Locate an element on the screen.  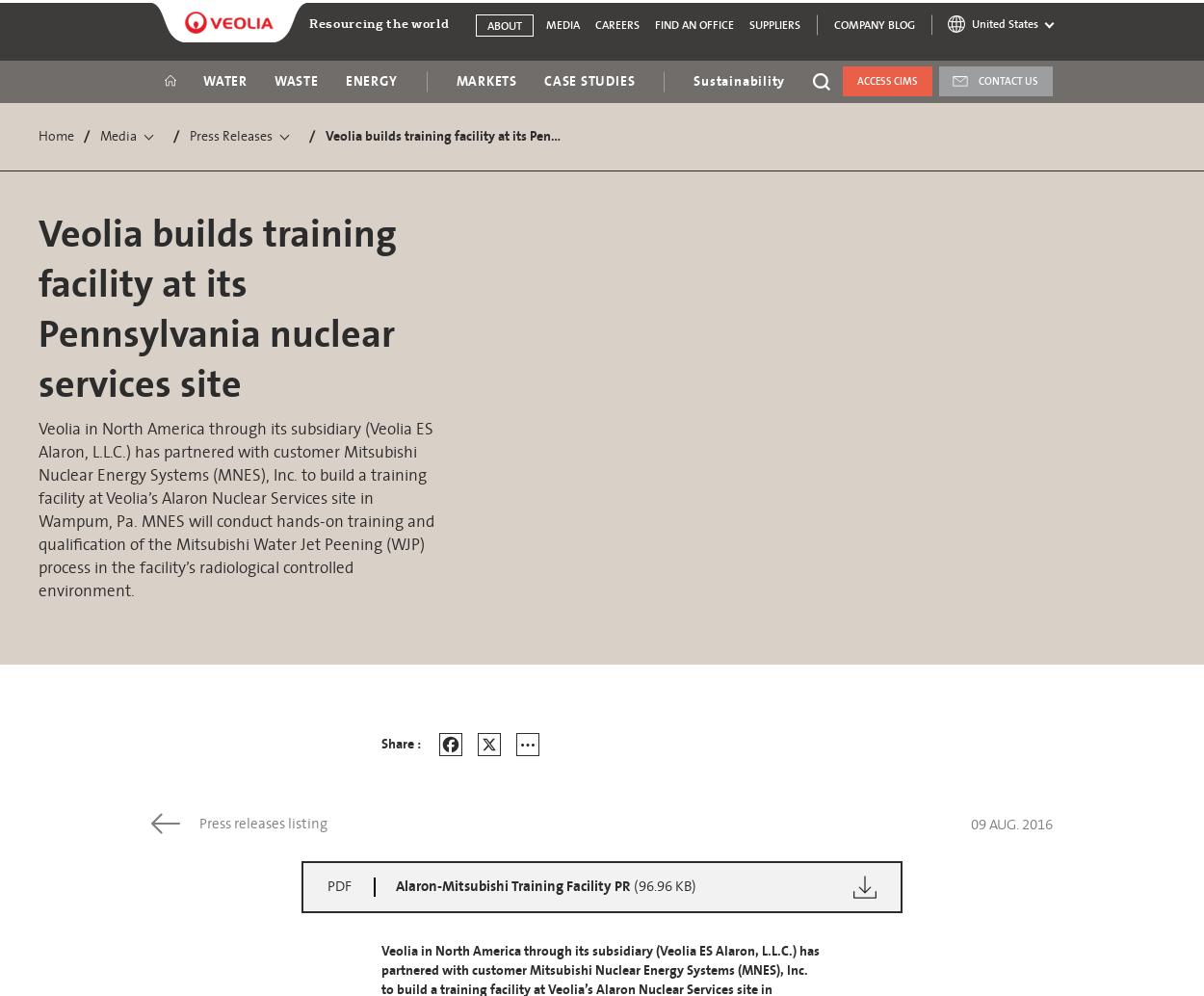
'OFIS' is located at coordinates (858, 328).